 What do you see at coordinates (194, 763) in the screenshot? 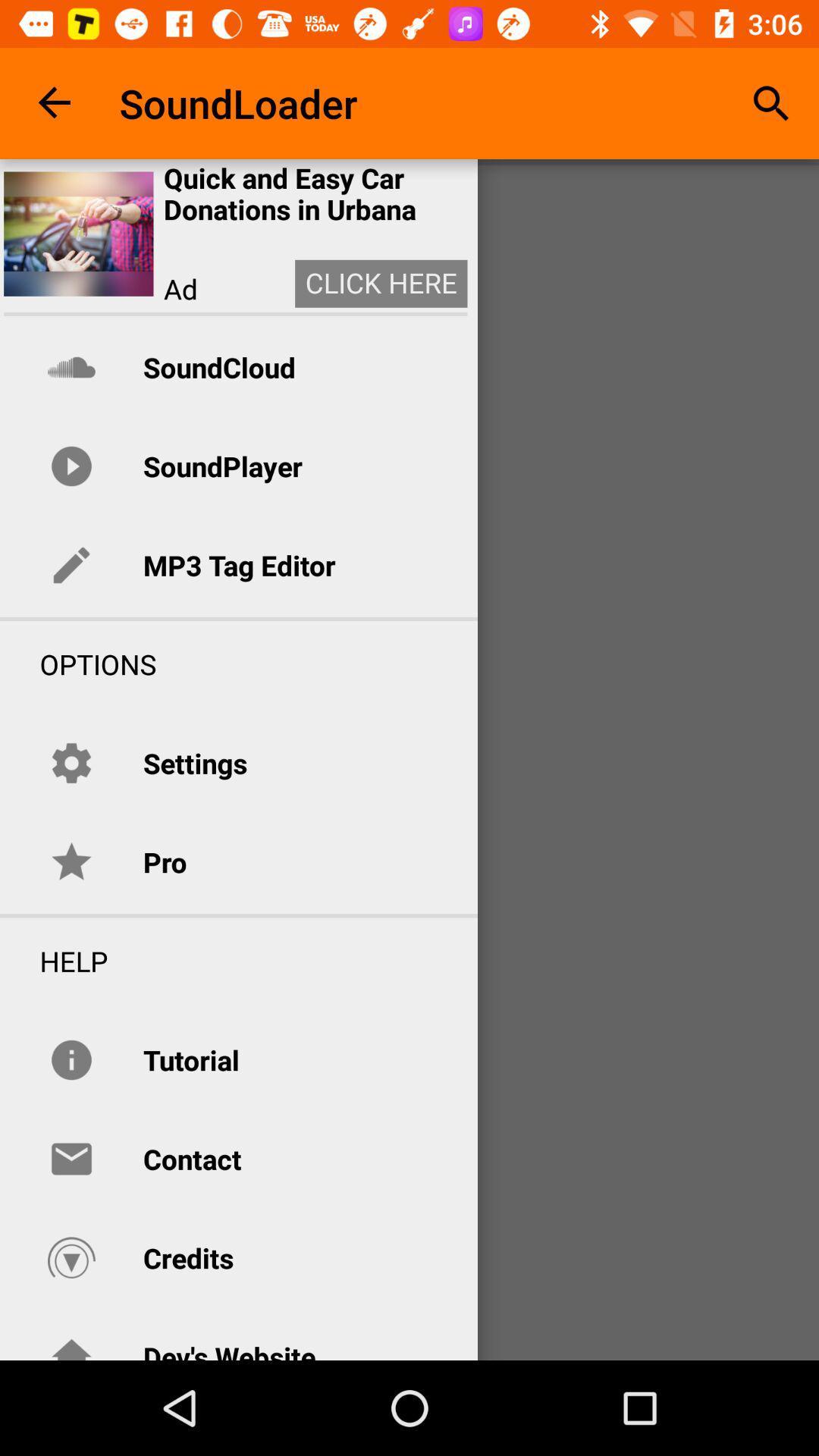
I see `settings icon` at bounding box center [194, 763].